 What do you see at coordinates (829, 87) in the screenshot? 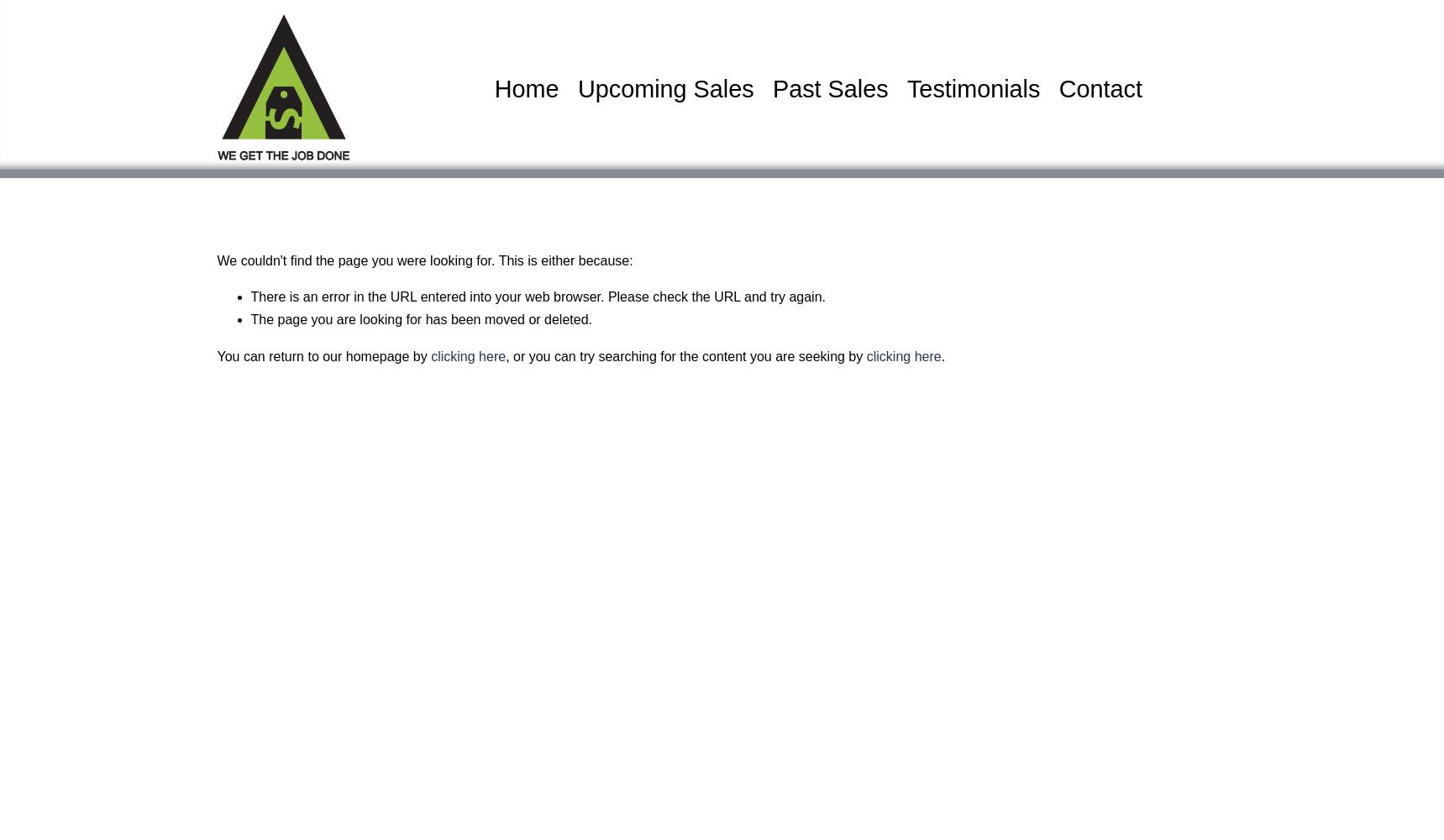
I see `'Past Sales'` at bounding box center [829, 87].